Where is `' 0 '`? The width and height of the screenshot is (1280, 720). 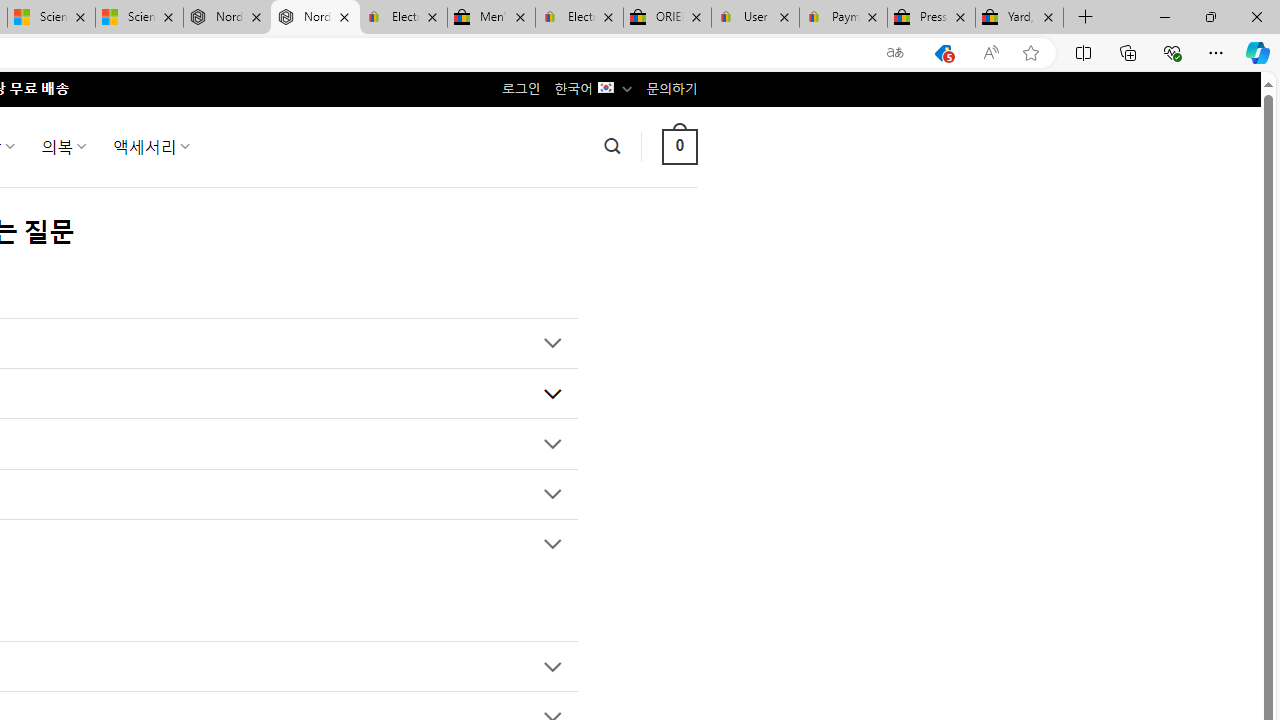
' 0 ' is located at coordinates (679, 145).